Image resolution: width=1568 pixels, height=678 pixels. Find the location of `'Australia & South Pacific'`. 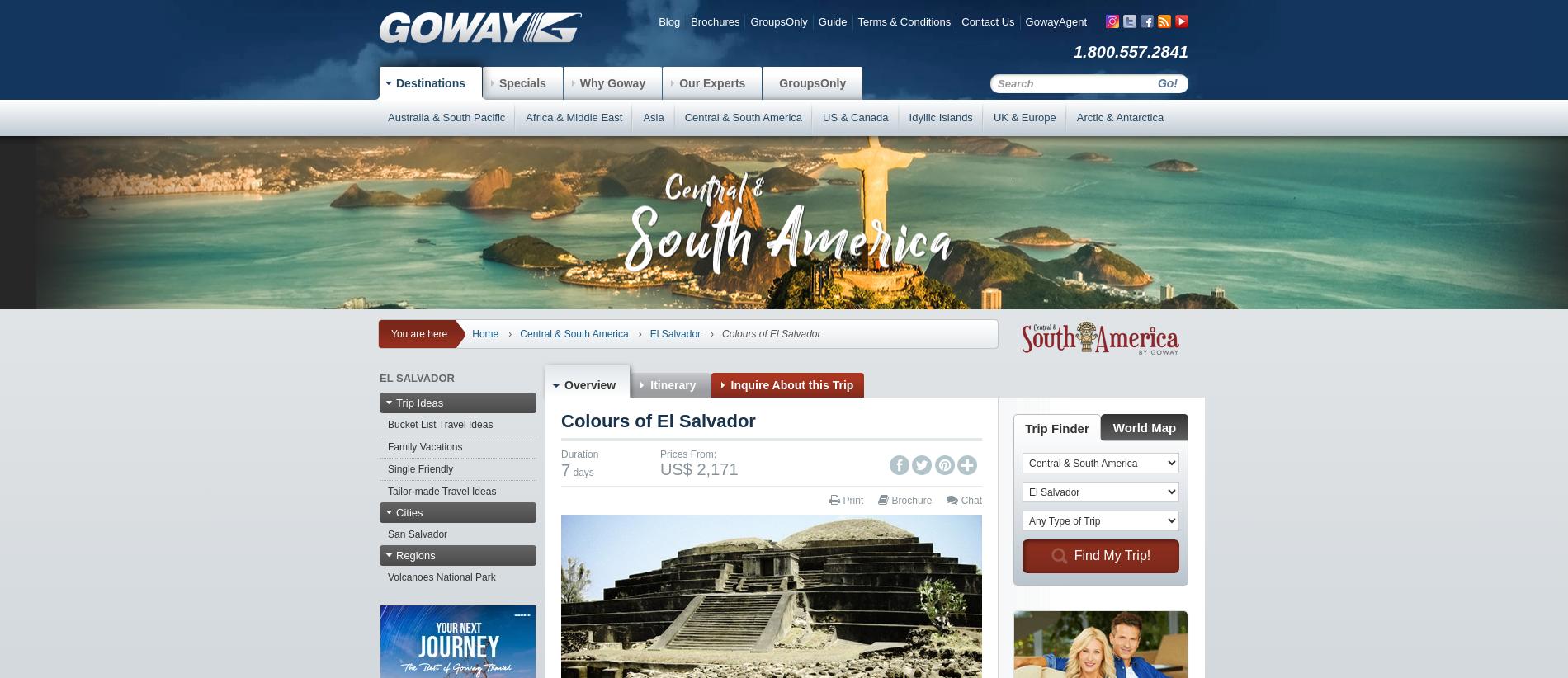

'Australia & South Pacific' is located at coordinates (387, 117).